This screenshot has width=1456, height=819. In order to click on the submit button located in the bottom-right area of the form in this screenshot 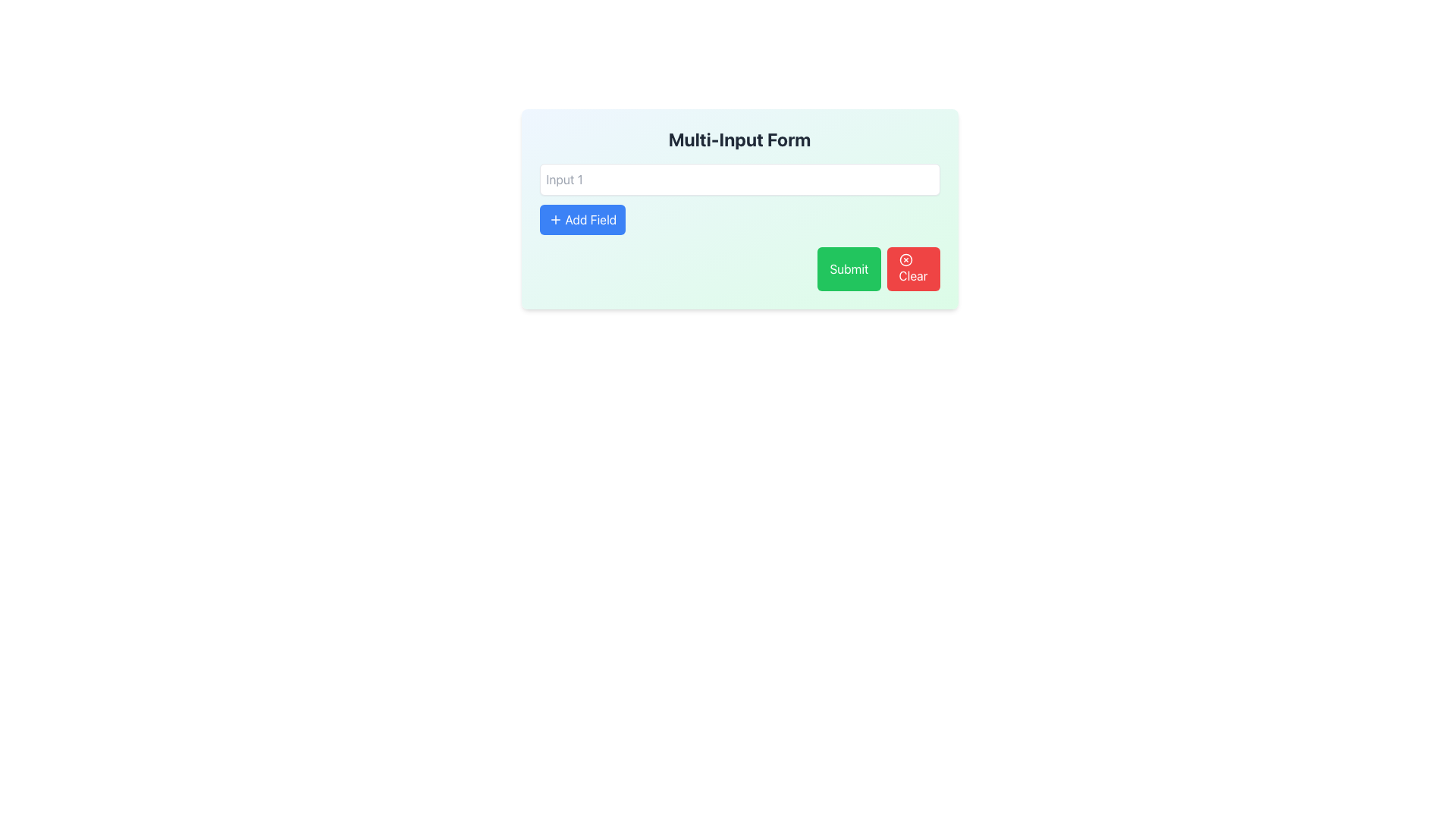, I will do `click(848, 268)`.